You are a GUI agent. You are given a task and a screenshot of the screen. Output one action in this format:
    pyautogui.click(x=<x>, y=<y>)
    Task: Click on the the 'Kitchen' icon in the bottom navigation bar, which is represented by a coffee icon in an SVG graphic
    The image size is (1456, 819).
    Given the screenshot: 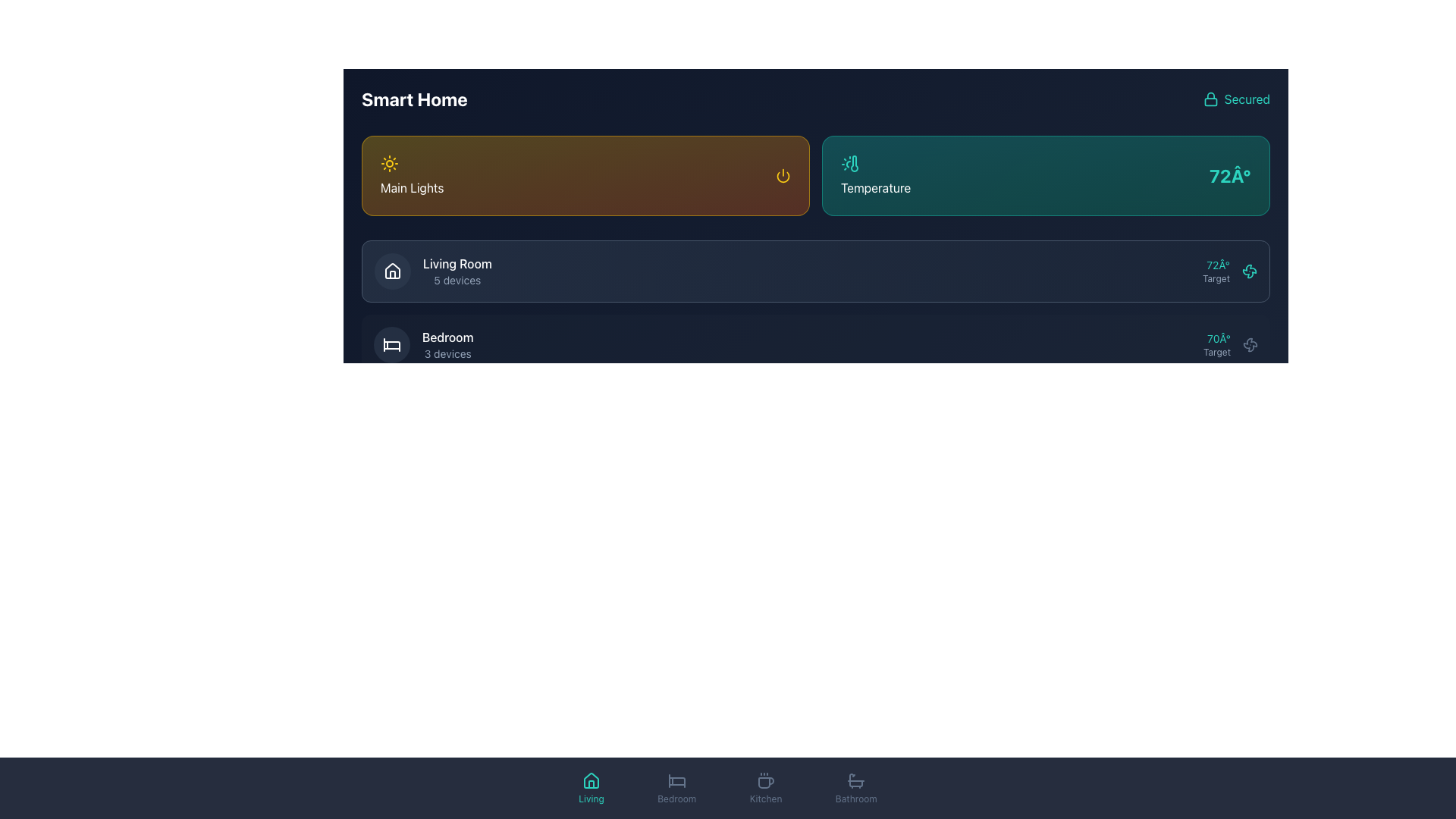 What is the action you would take?
    pyautogui.click(x=766, y=783)
    